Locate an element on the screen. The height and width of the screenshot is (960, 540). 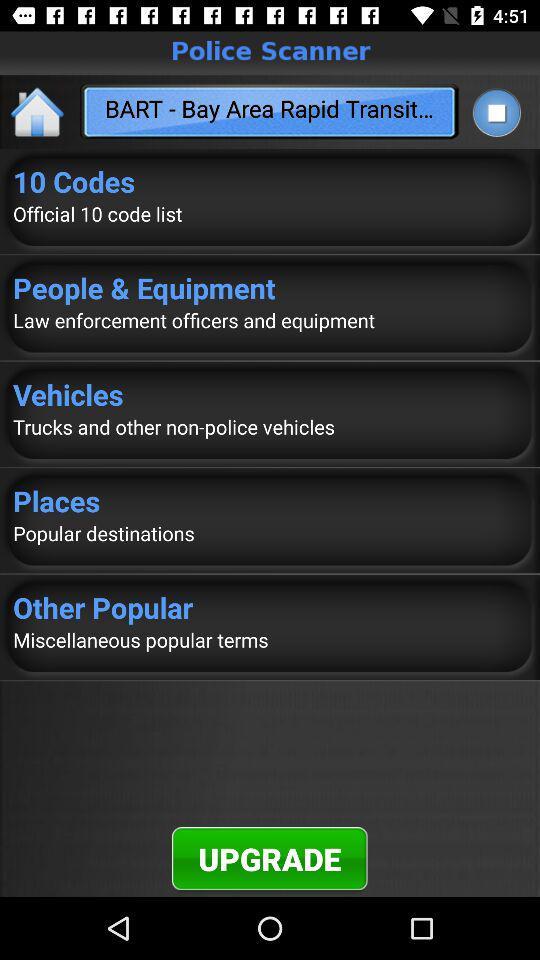
the home icon is located at coordinates (38, 111).